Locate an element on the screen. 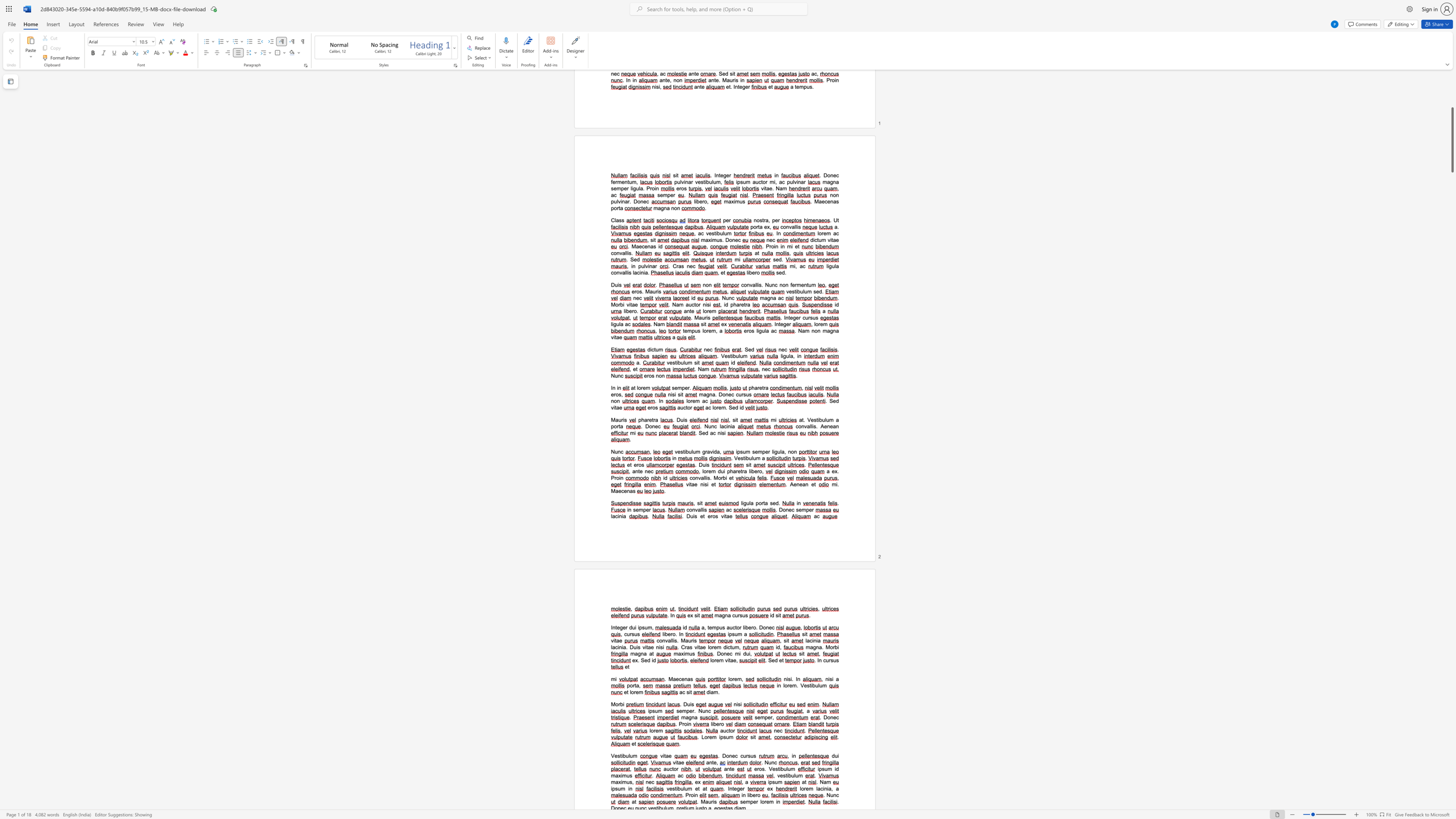 This screenshot has height=819, width=1456. the space between the continuous character "a" and "e" in the text is located at coordinates (729, 515).